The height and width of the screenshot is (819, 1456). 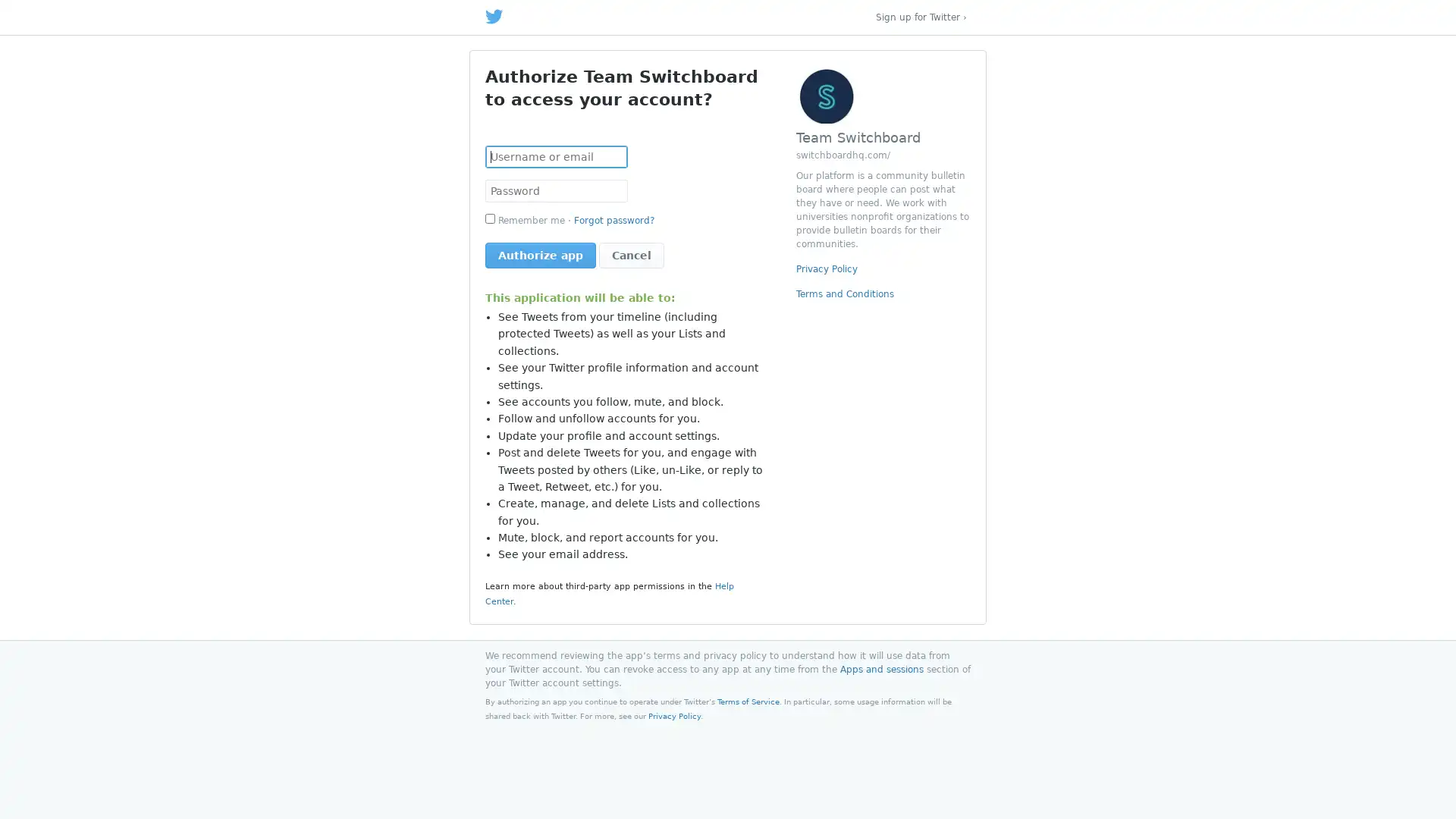 What do you see at coordinates (541, 254) in the screenshot?
I see `Authorize app` at bounding box center [541, 254].